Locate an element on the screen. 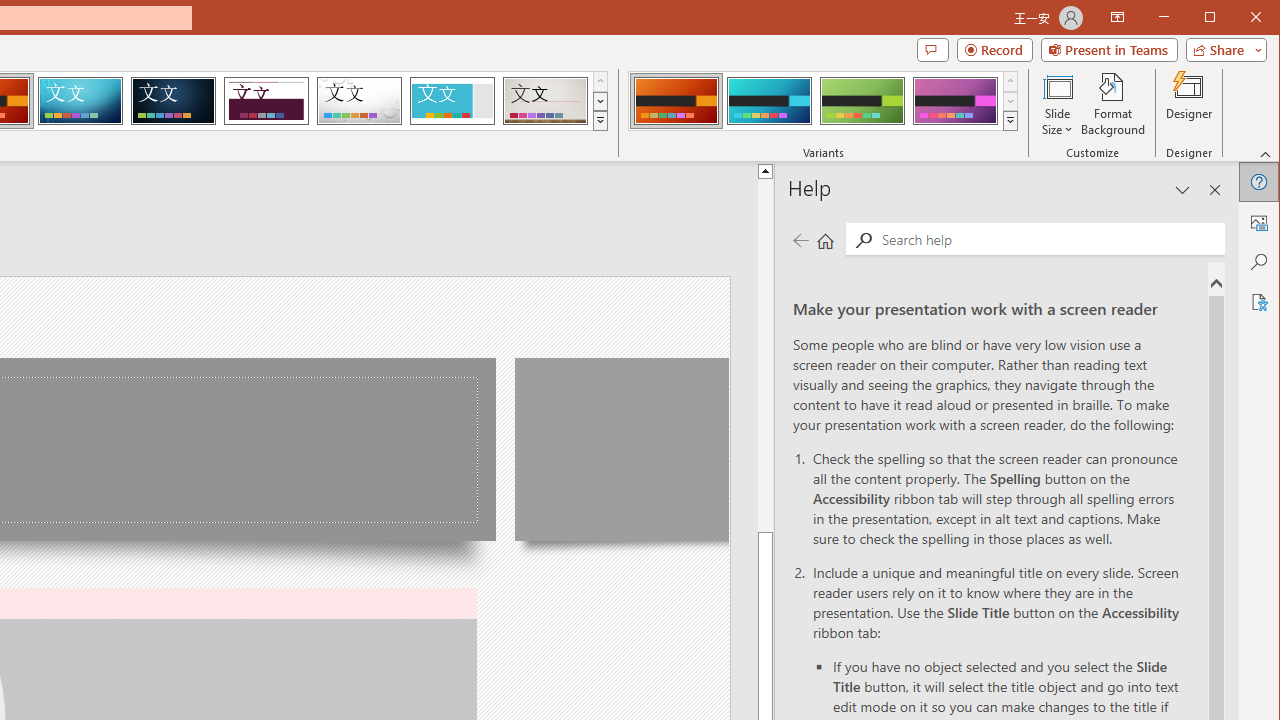 The height and width of the screenshot is (720, 1280). 'Slide Size' is located at coordinates (1056, 104).